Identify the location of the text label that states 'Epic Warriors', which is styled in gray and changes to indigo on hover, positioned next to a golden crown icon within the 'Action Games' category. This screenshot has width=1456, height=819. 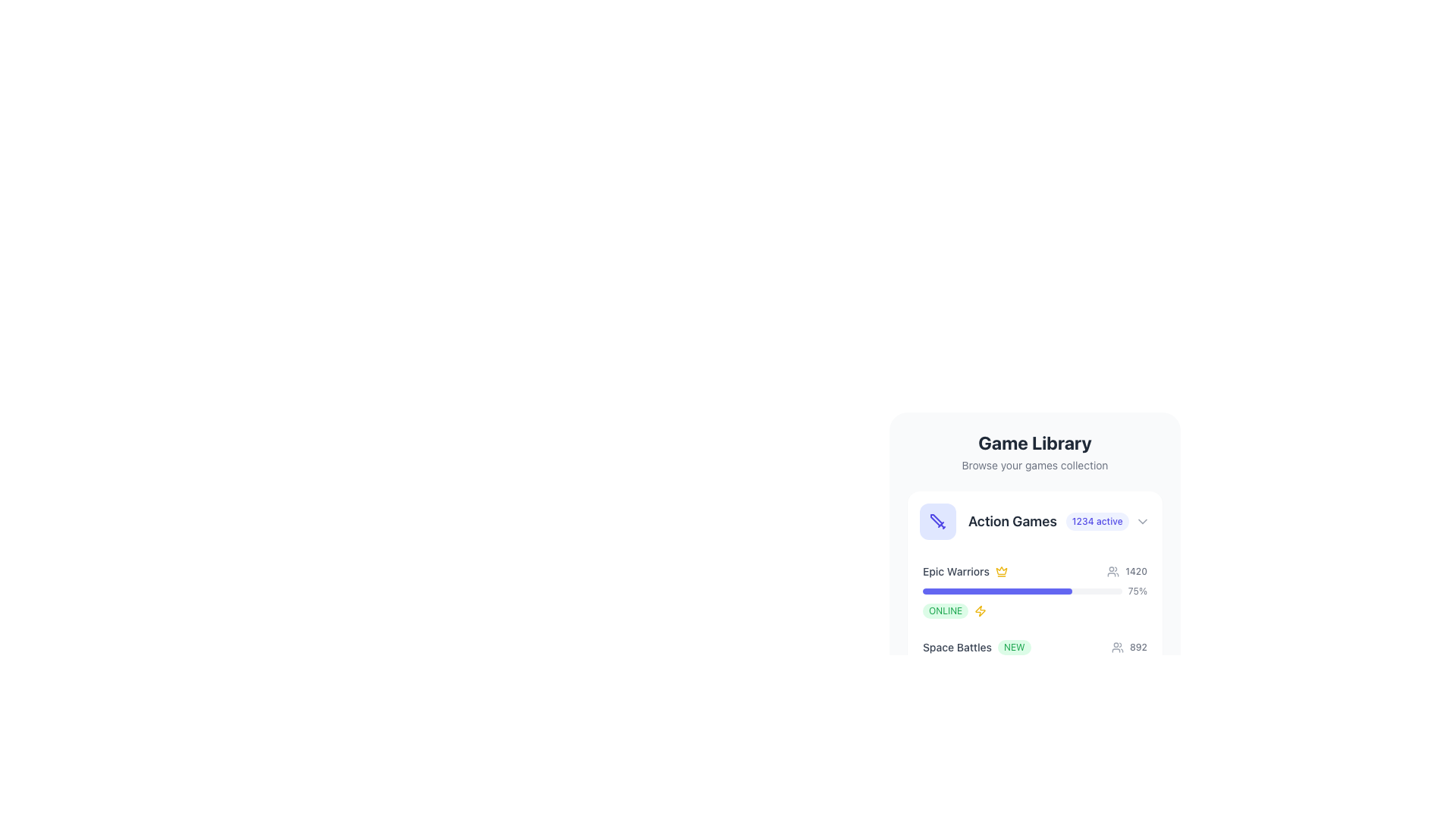
(955, 571).